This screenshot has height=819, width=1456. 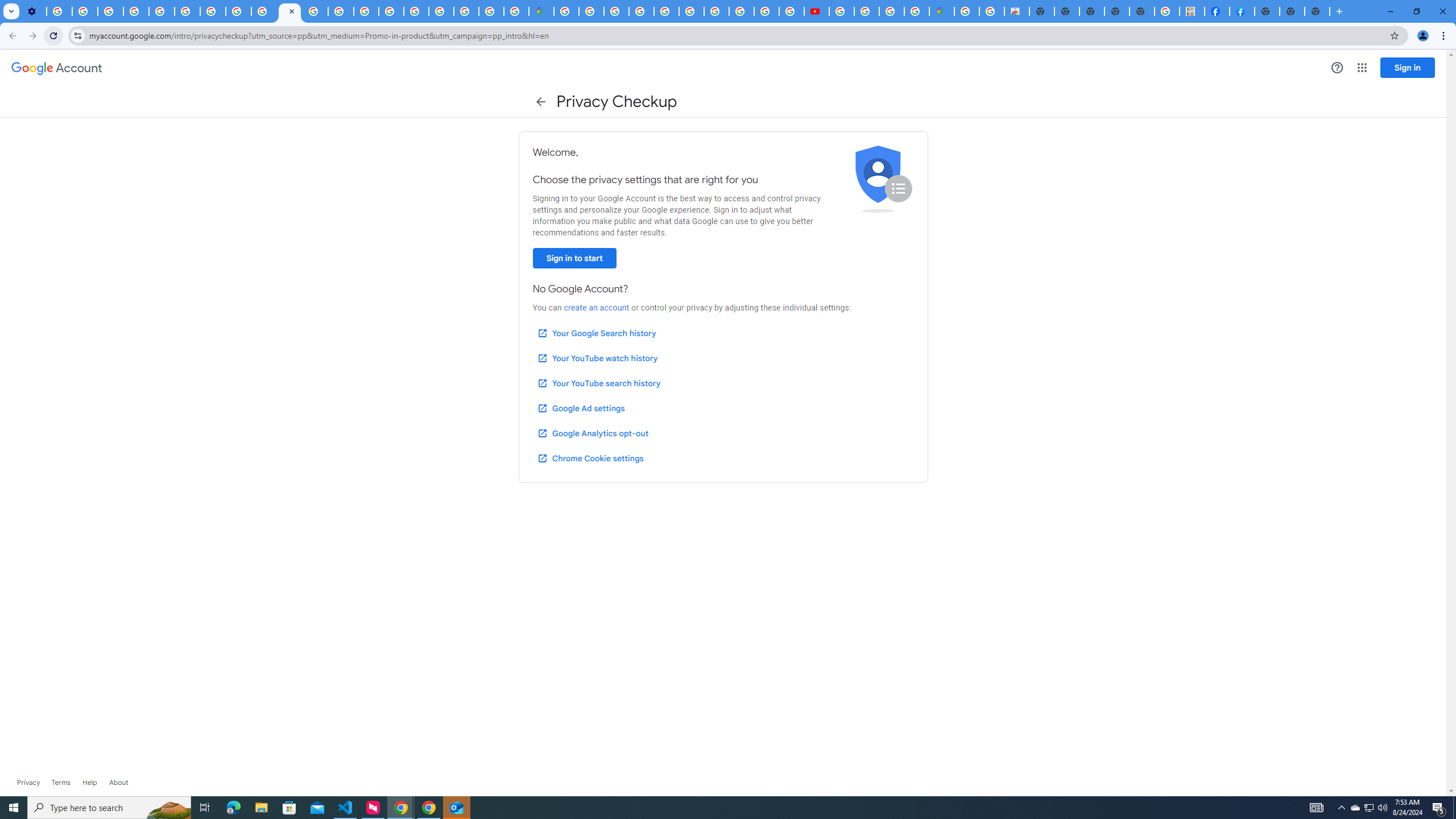 I want to click on 'How Chrome protects your passwords - Google Chrome Help', so click(x=841, y=11).